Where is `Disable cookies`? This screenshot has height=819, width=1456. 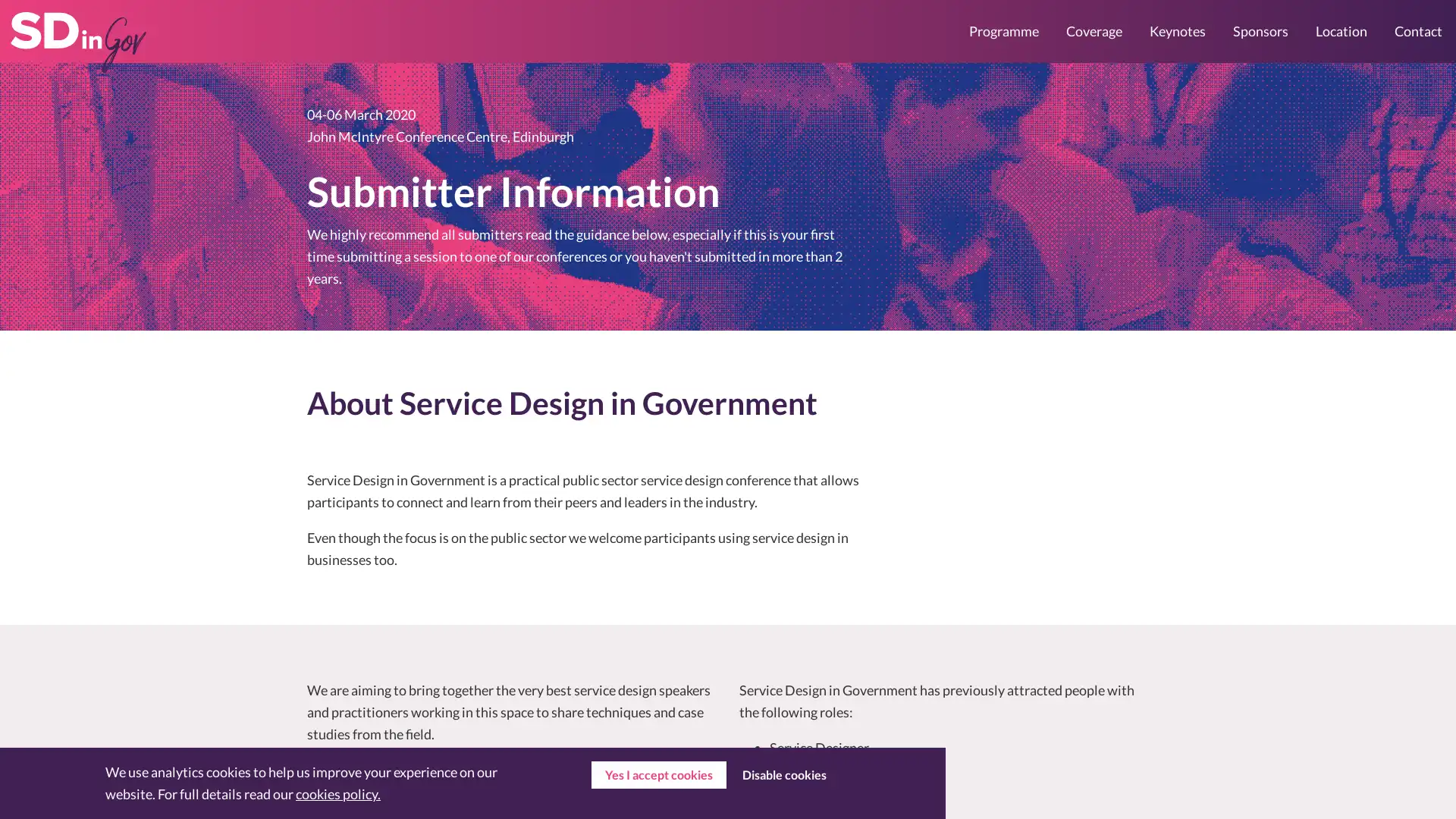
Disable cookies is located at coordinates (783, 775).